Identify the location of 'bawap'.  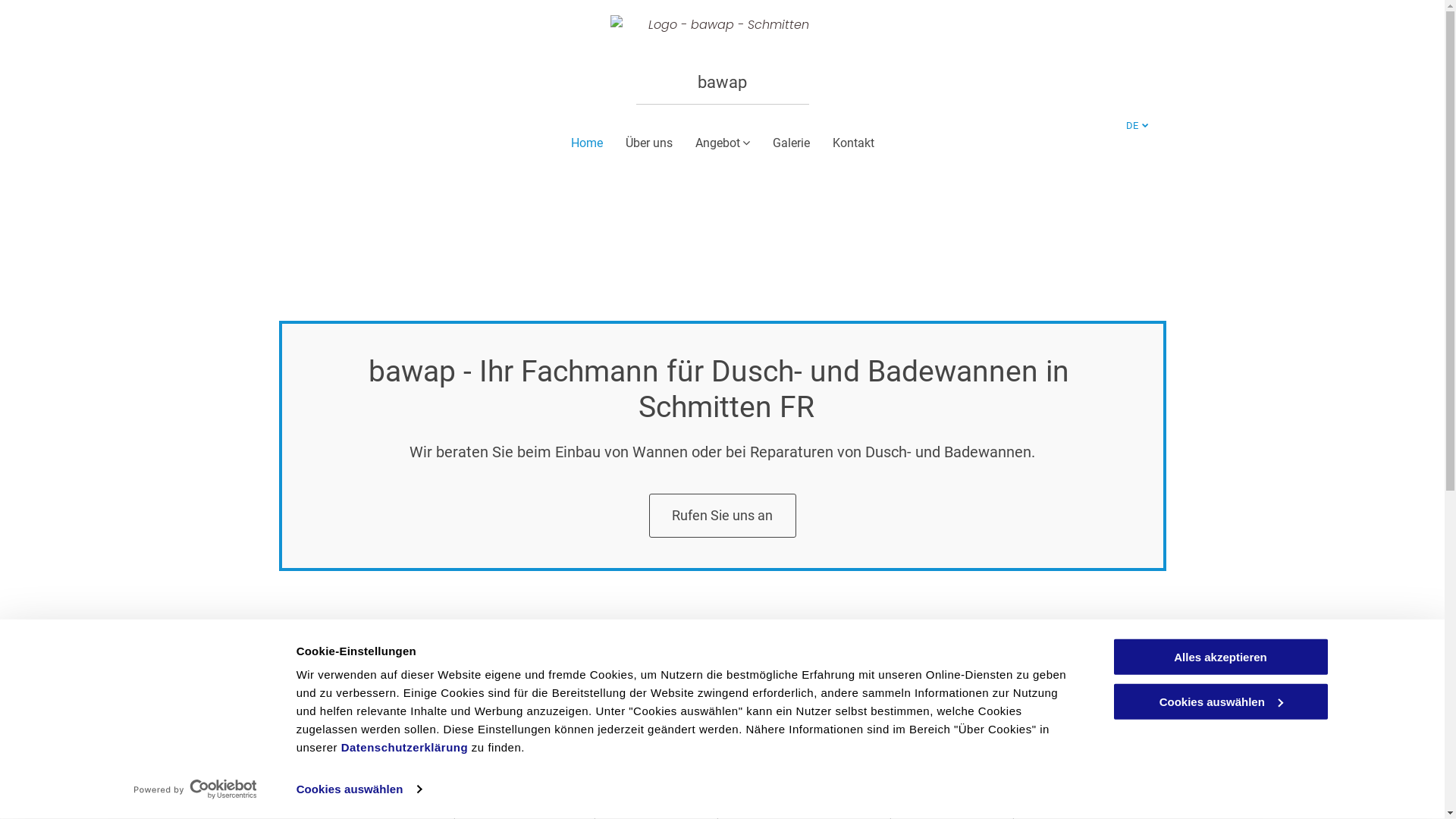
(697, 82).